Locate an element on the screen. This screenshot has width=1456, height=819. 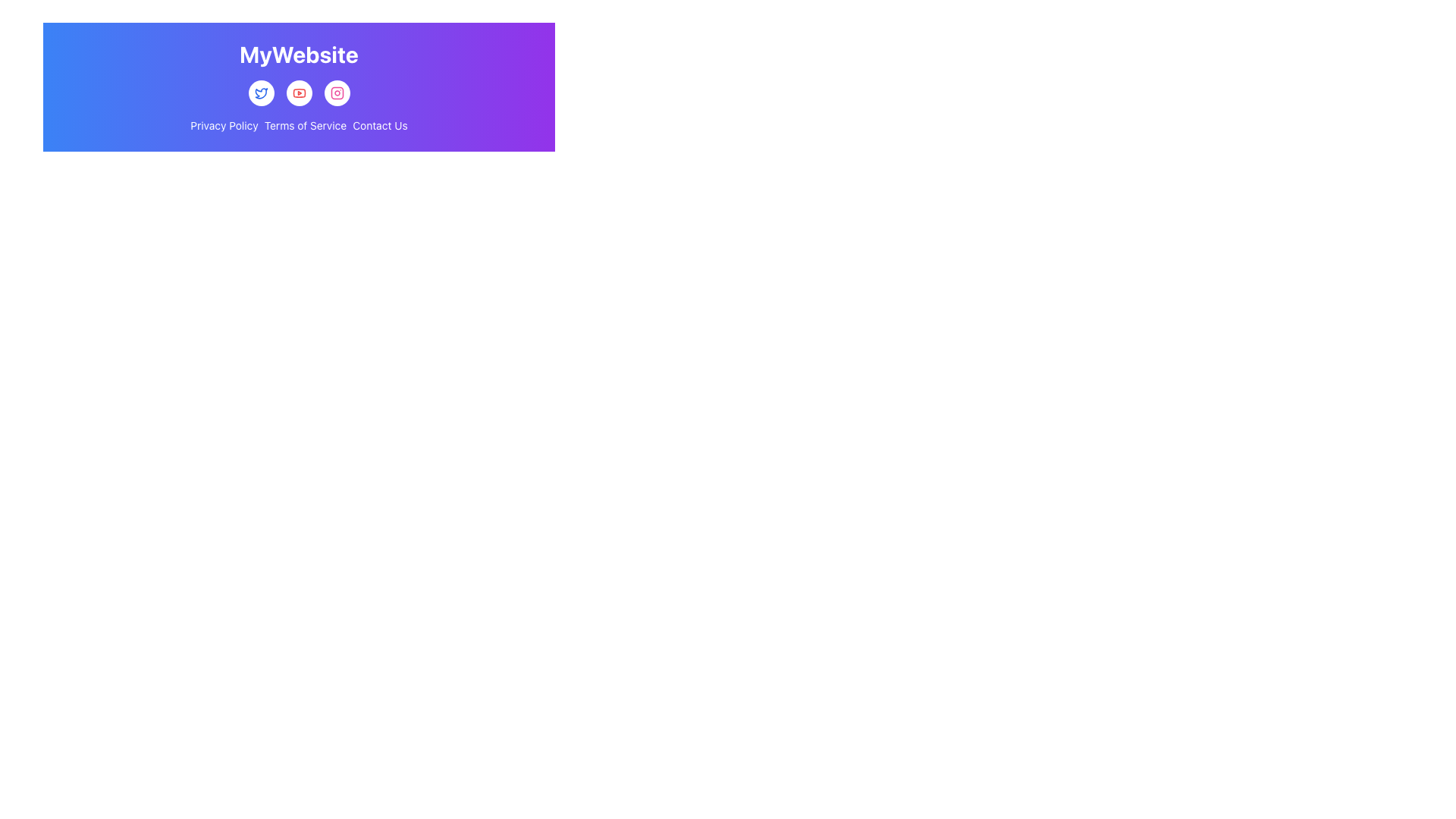
the Interactive button that links to YouTube, positioned between the Twitter button on the left and the Instagram button on the right is located at coordinates (299, 93).